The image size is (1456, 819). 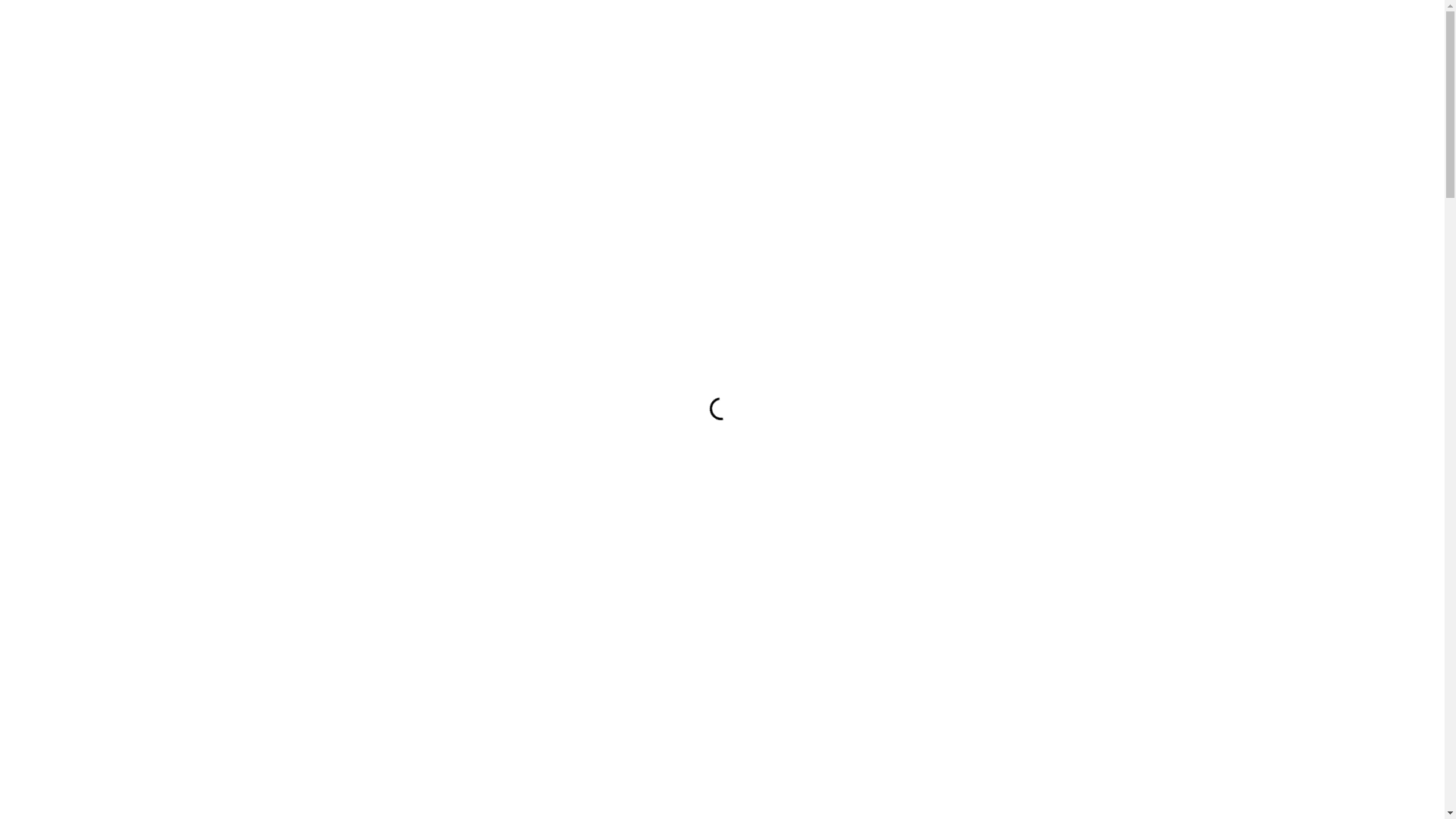 I want to click on 'Jetzt abonnieren', so click(x=999, y=579).